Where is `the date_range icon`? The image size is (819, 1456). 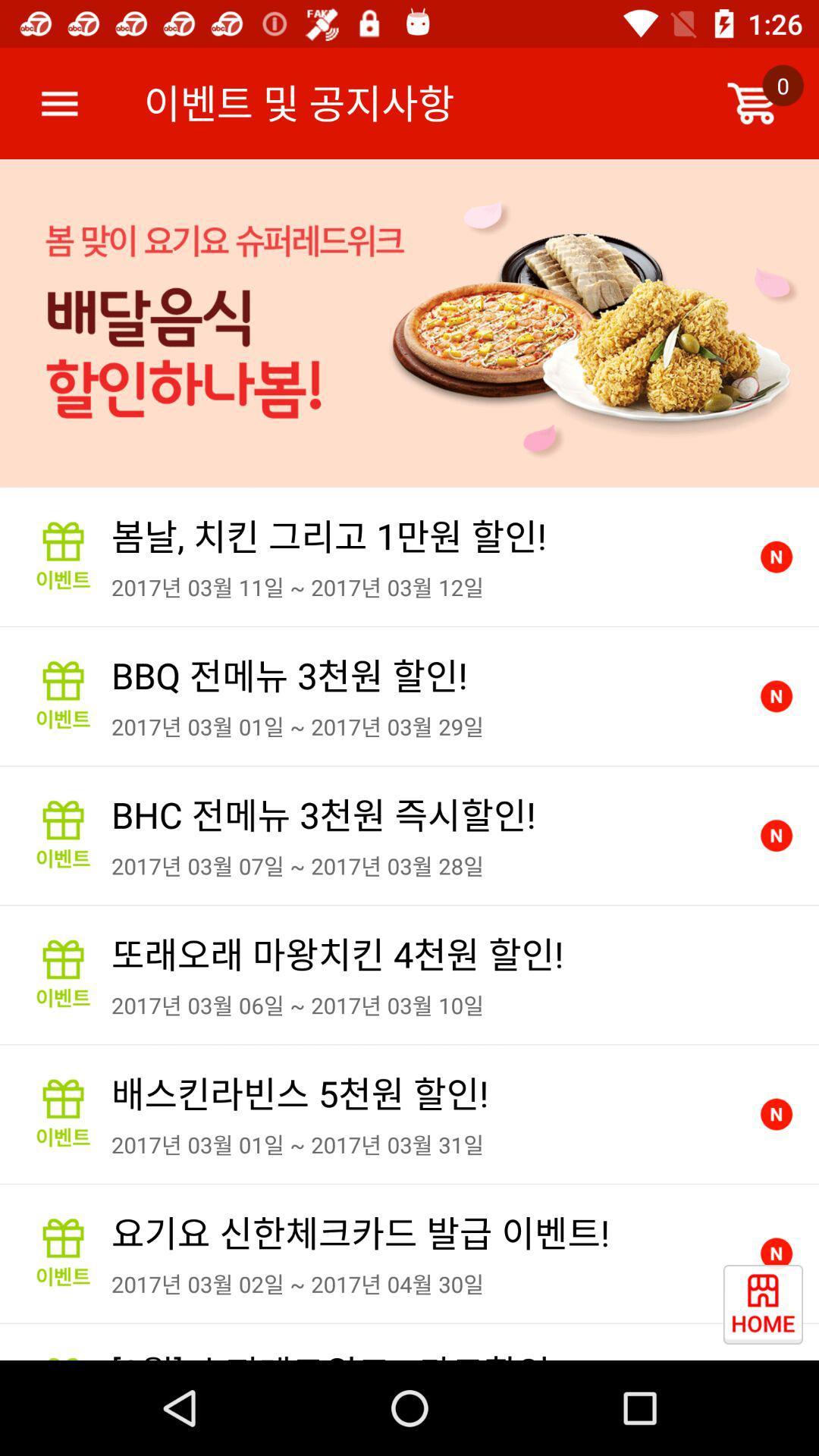 the date_range icon is located at coordinates (771, 1312).